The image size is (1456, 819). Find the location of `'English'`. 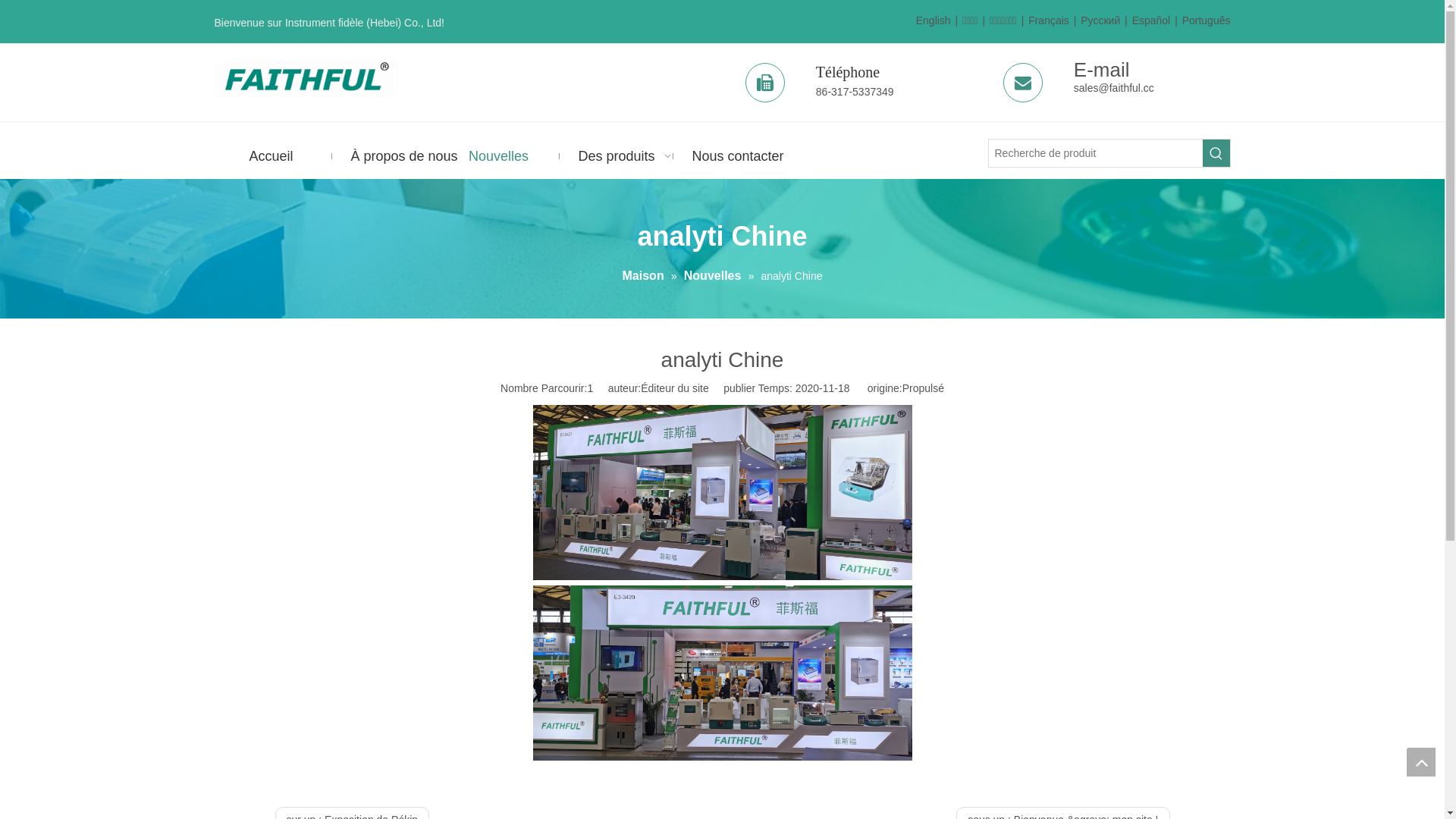

'English' is located at coordinates (932, 20).